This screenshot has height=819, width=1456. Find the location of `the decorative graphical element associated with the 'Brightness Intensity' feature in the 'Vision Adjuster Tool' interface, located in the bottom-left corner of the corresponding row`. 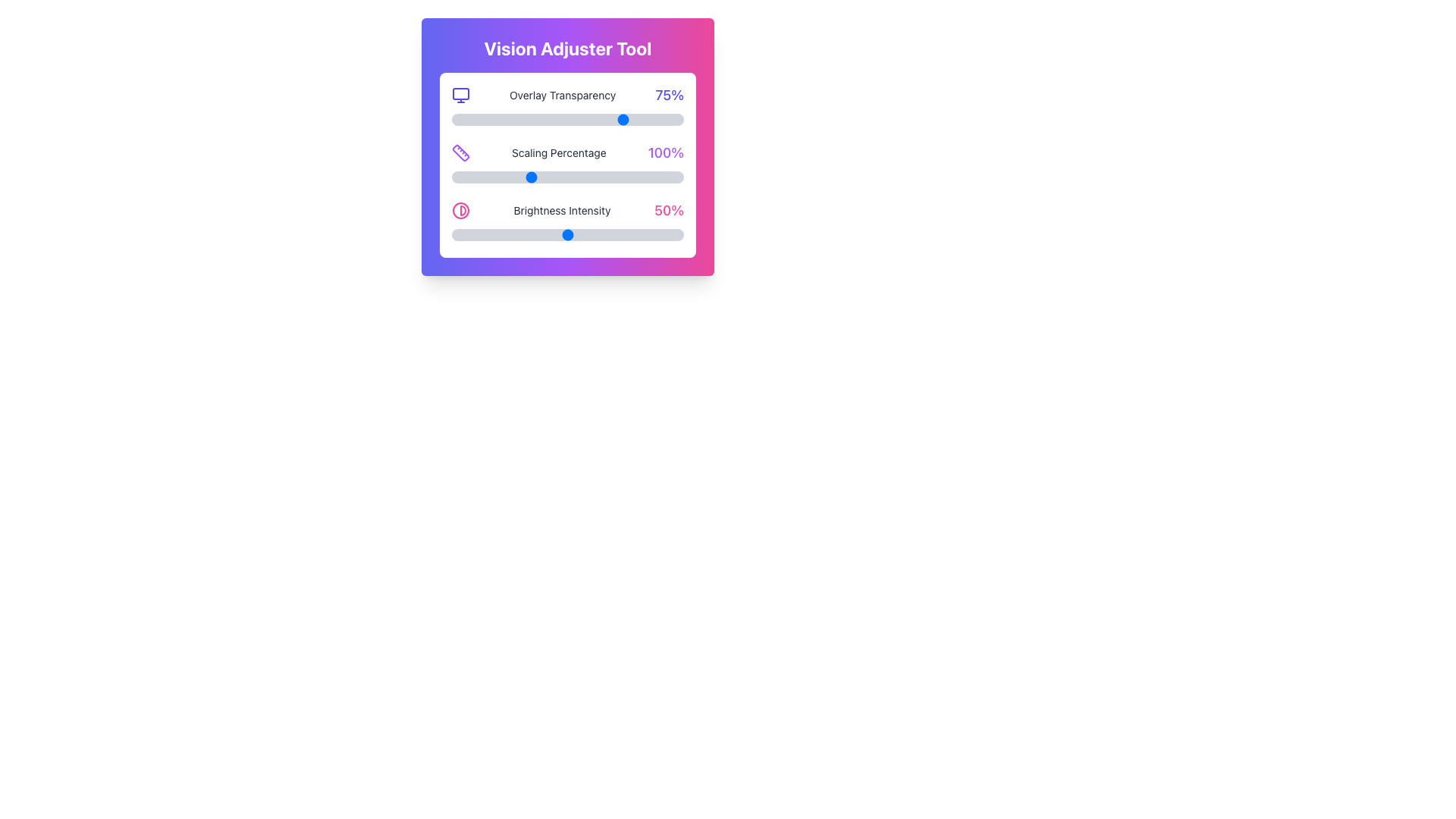

the decorative graphical element associated with the 'Brightness Intensity' feature in the 'Vision Adjuster Tool' interface, located in the bottom-left corner of the corresponding row is located at coordinates (460, 210).